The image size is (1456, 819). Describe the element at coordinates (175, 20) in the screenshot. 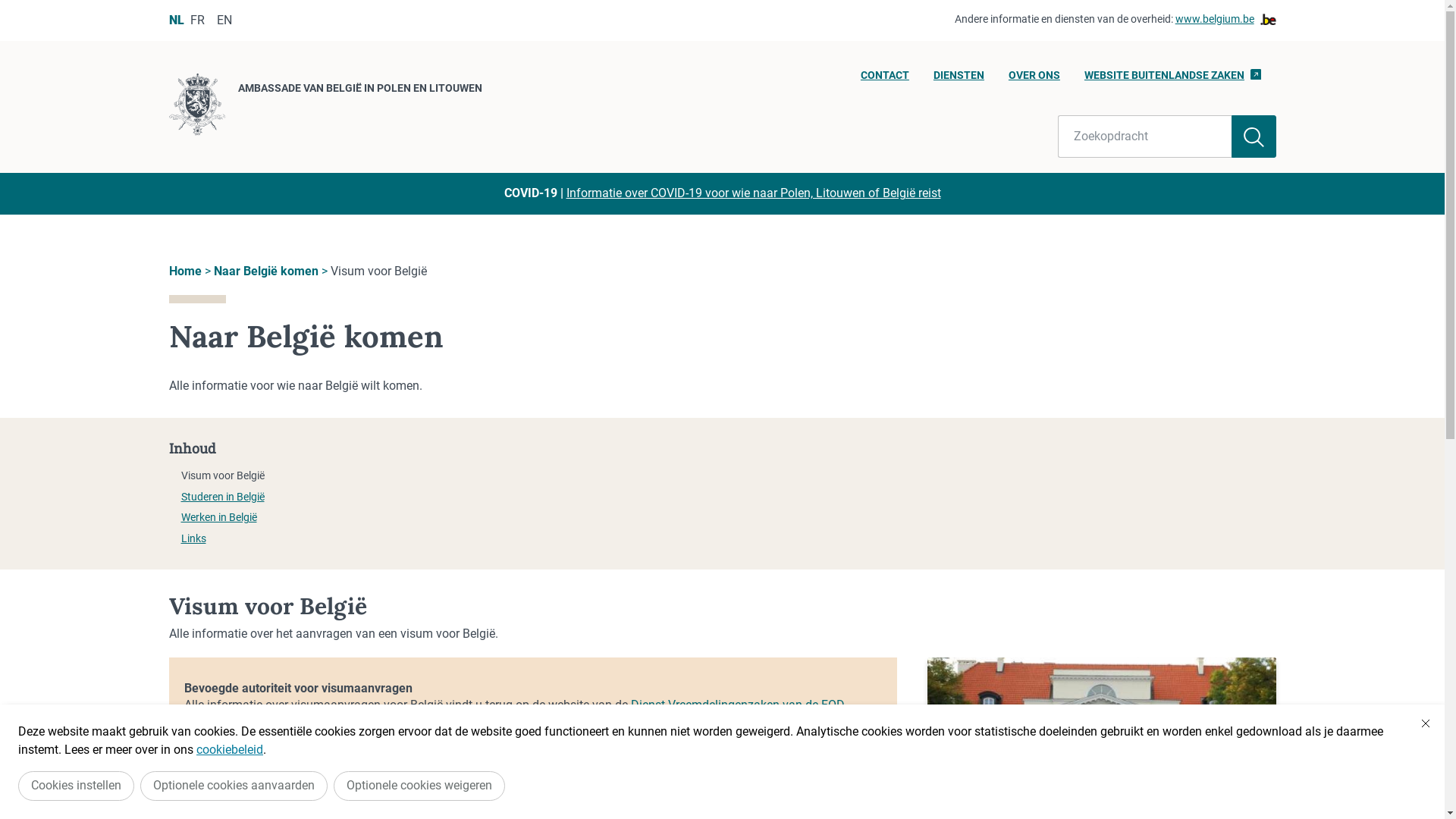

I see `'NL'` at that location.